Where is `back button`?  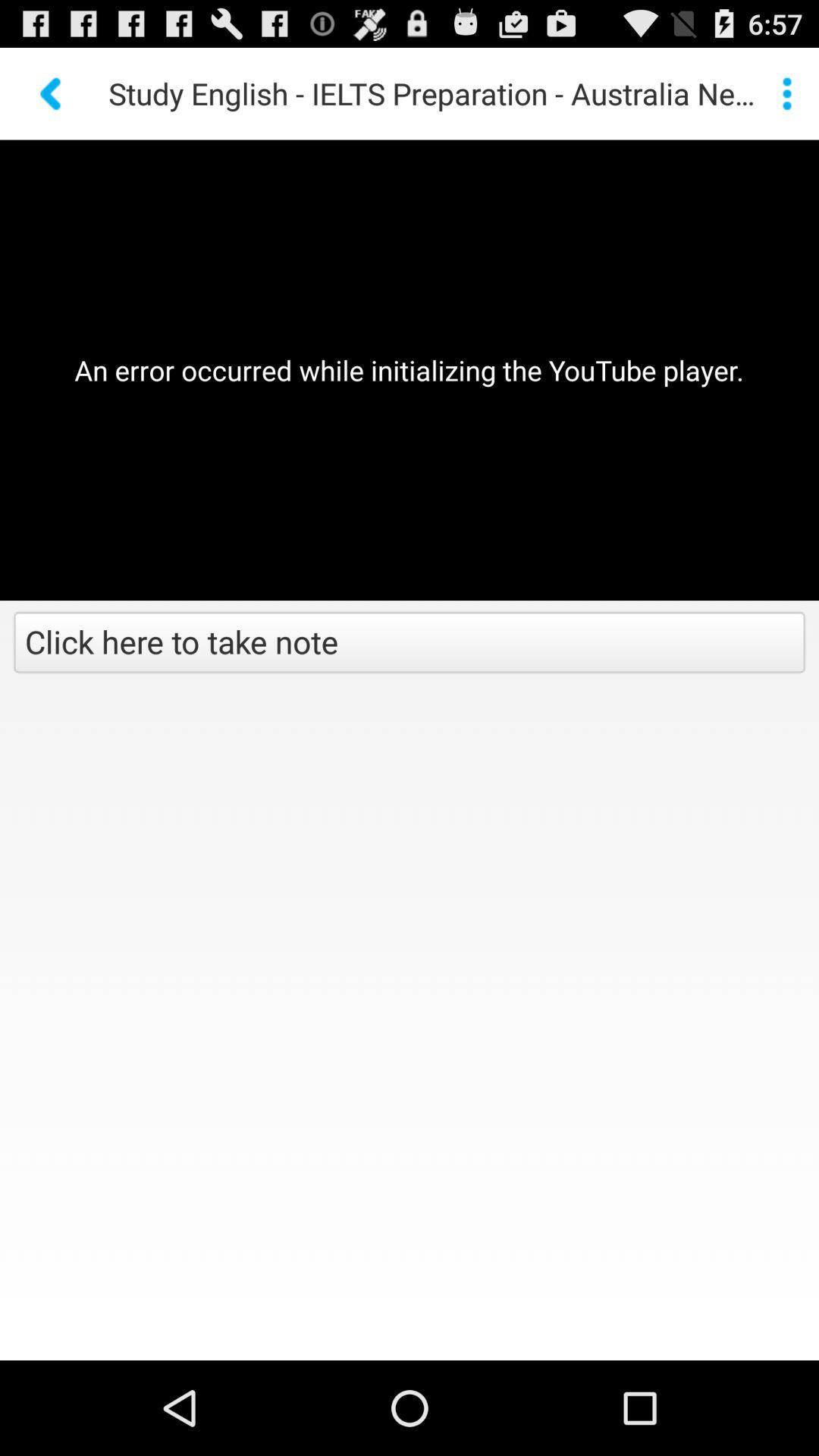
back button is located at coordinates (52, 93).